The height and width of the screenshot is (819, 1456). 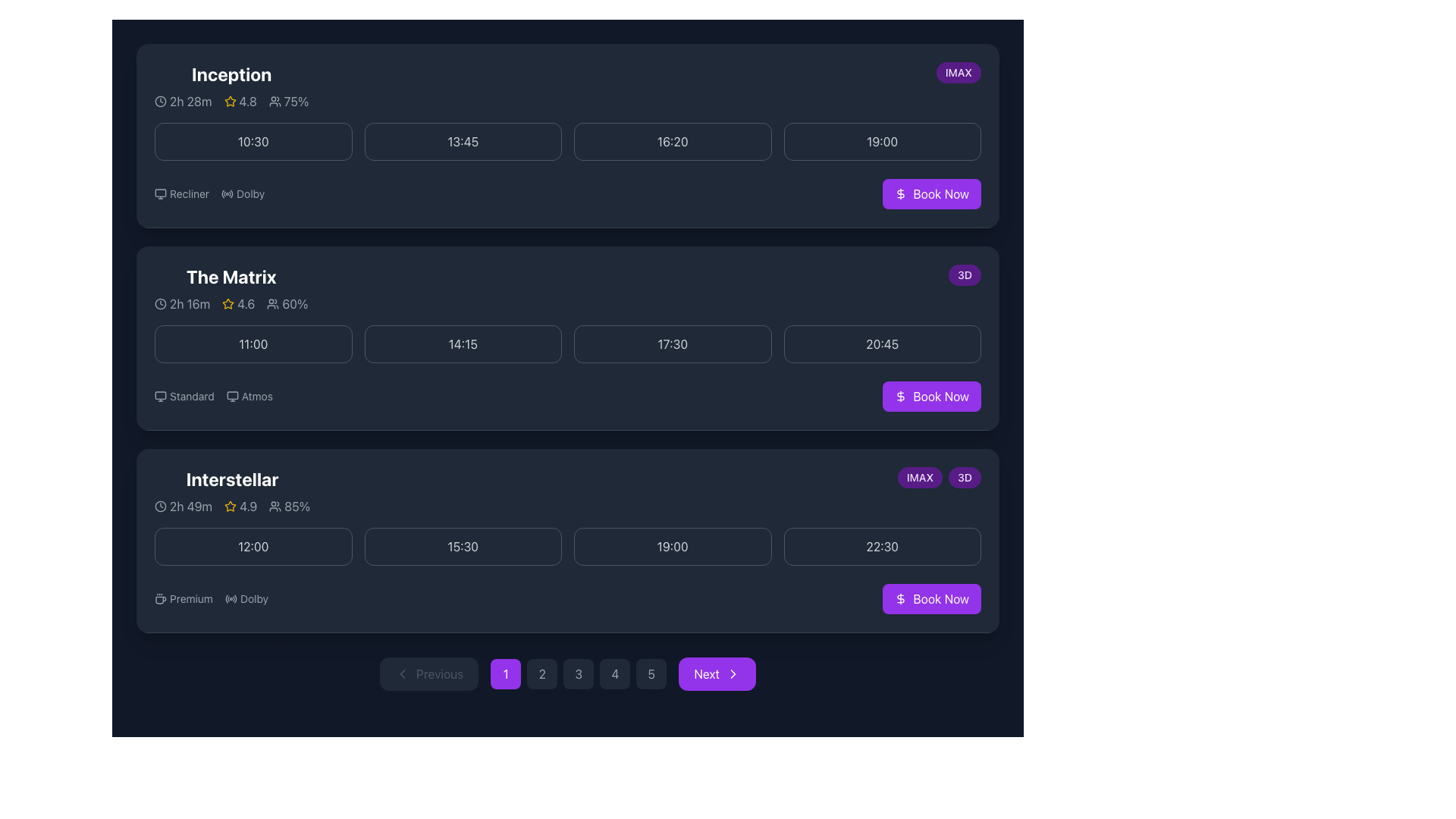 What do you see at coordinates (240, 506) in the screenshot?
I see `the Rating display for the movie 'Interstellar', which is located between the runtime '2h 49m' and the percentage rating '85%'` at bounding box center [240, 506].